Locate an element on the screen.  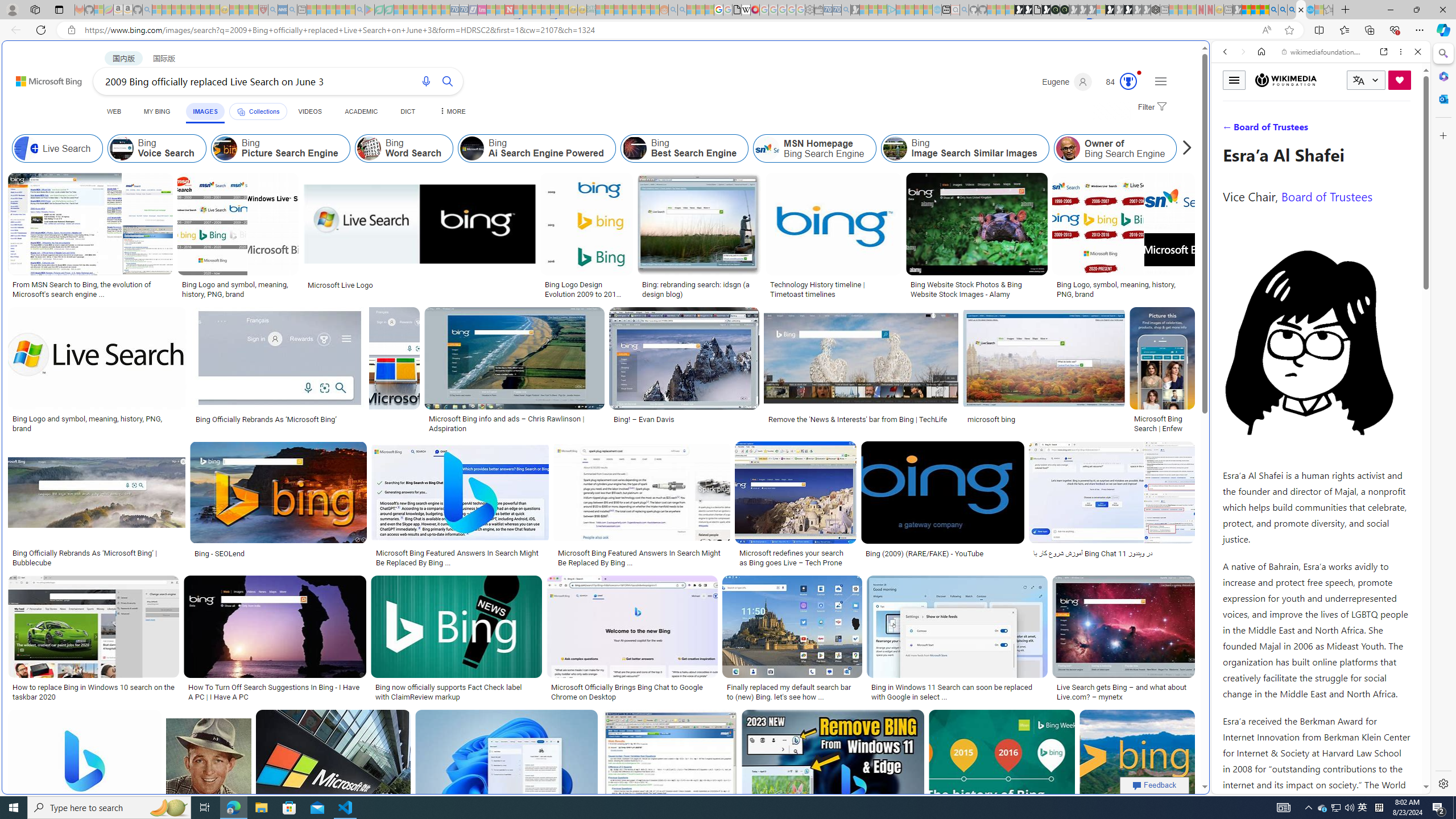
'DITOGAMES AG Imprint - Sleeping' is located at coordinates (591, 9).